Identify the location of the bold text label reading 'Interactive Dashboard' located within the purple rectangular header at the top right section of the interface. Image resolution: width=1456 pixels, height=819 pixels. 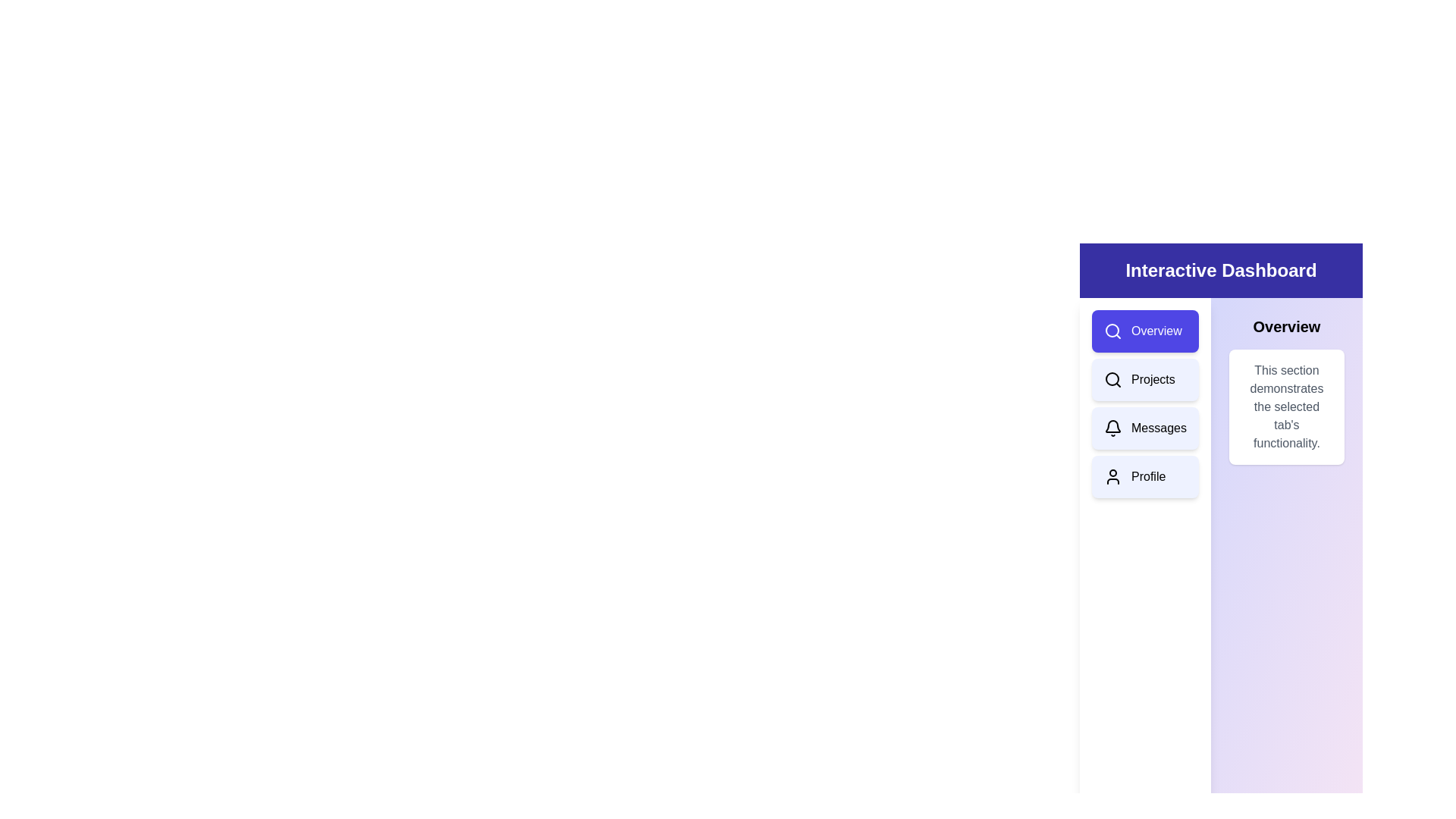
(1221, 270).